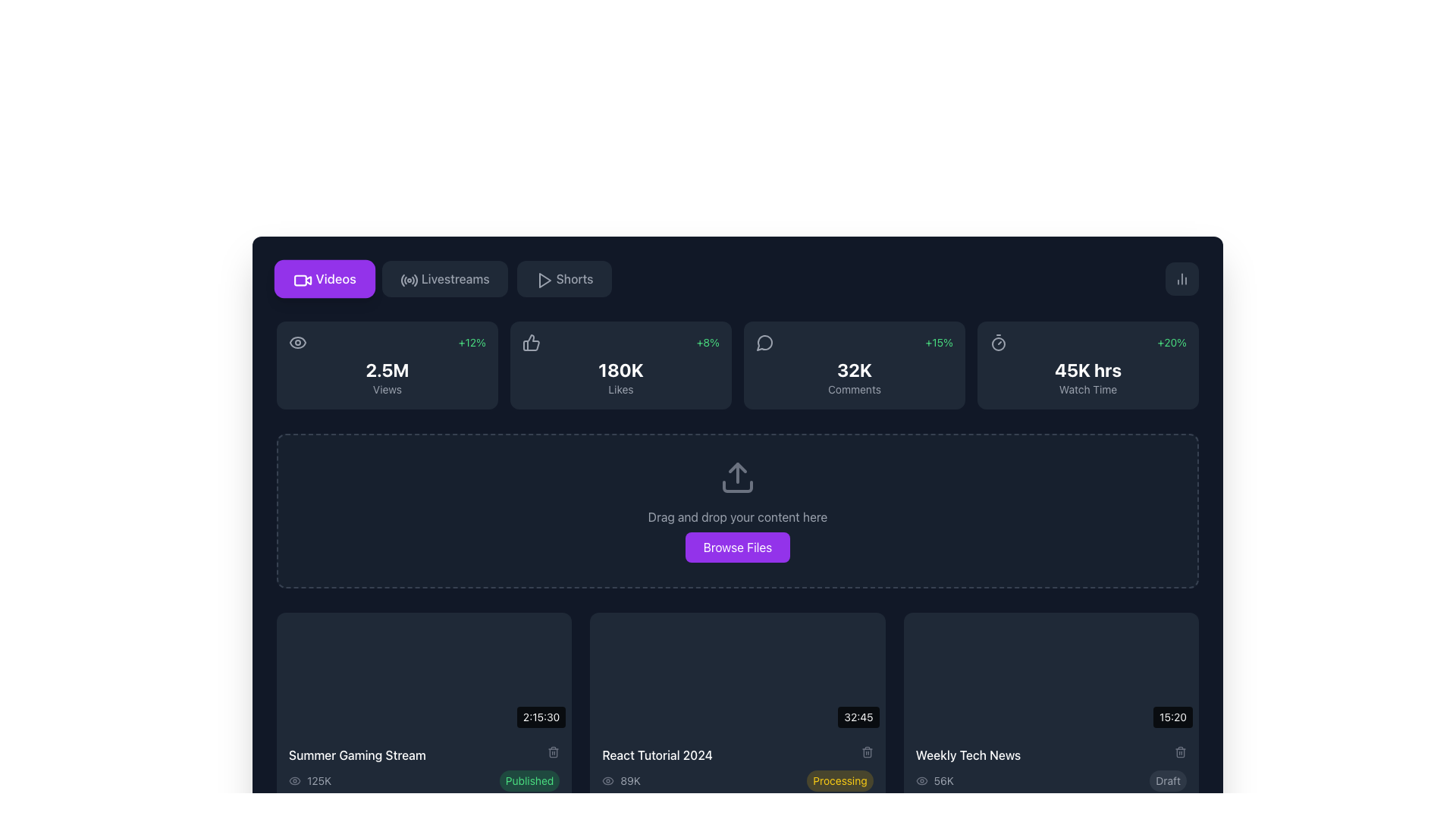  What do you see at coordinates (621, 366) in the screenshot?
I see `the Data display card that shows '180K Likes' with a green '+8%' label in the top-right corner` at bounding box center [621, 366].